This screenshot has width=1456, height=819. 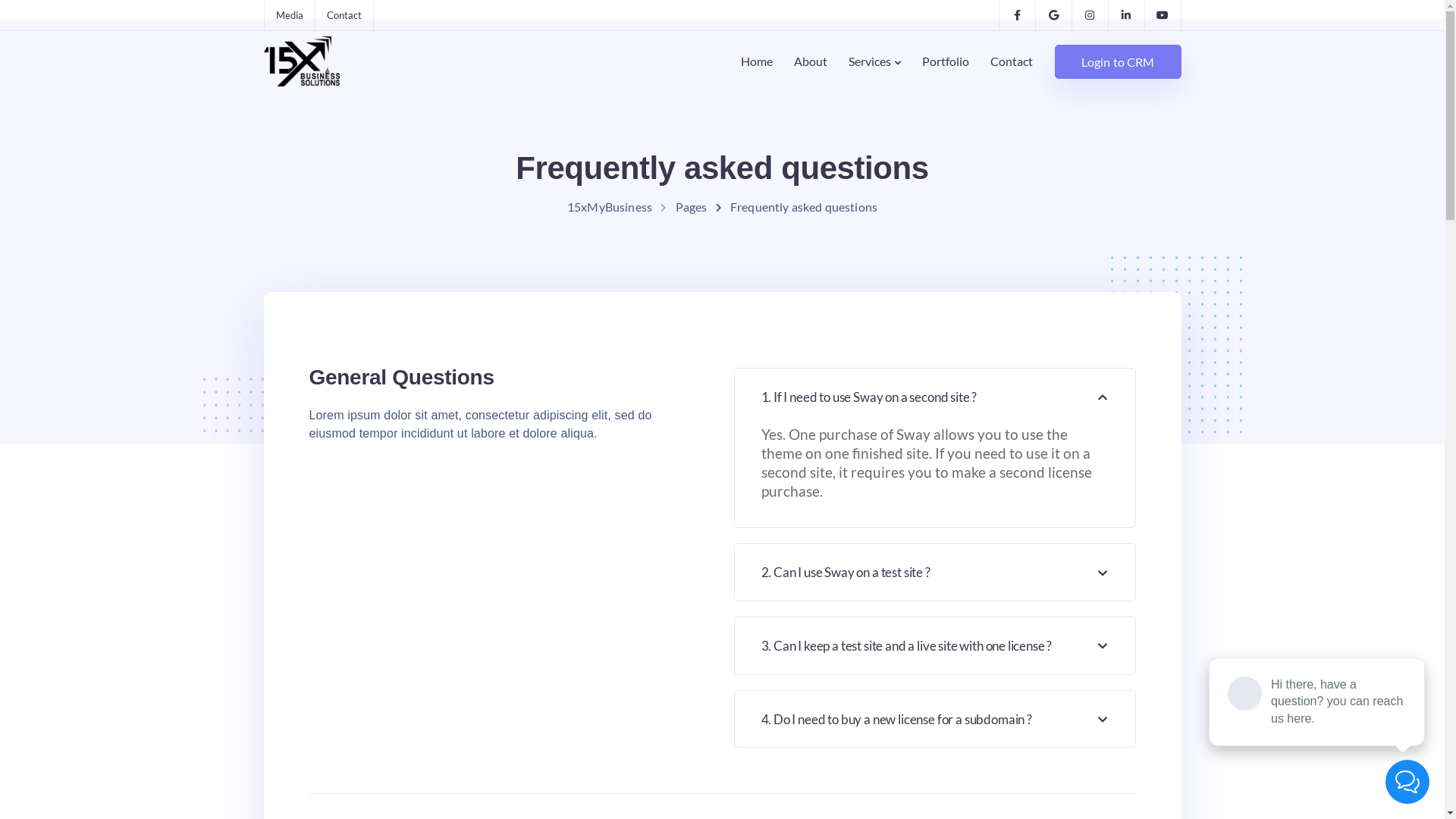 I want to click on 'Pages', so click(x=691, y=206).